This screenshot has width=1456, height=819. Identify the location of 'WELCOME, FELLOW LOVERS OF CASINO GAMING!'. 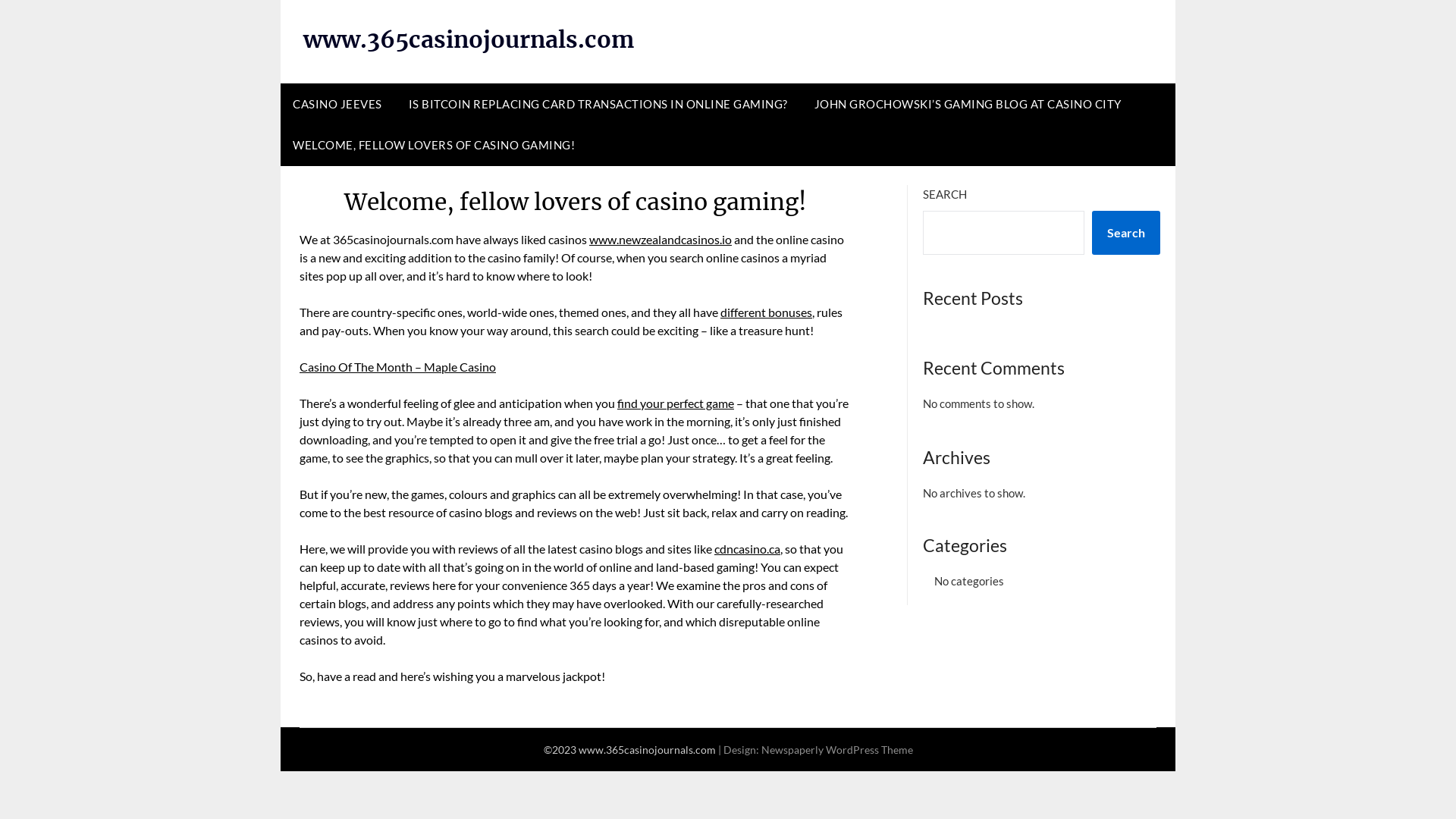
(432, 145).